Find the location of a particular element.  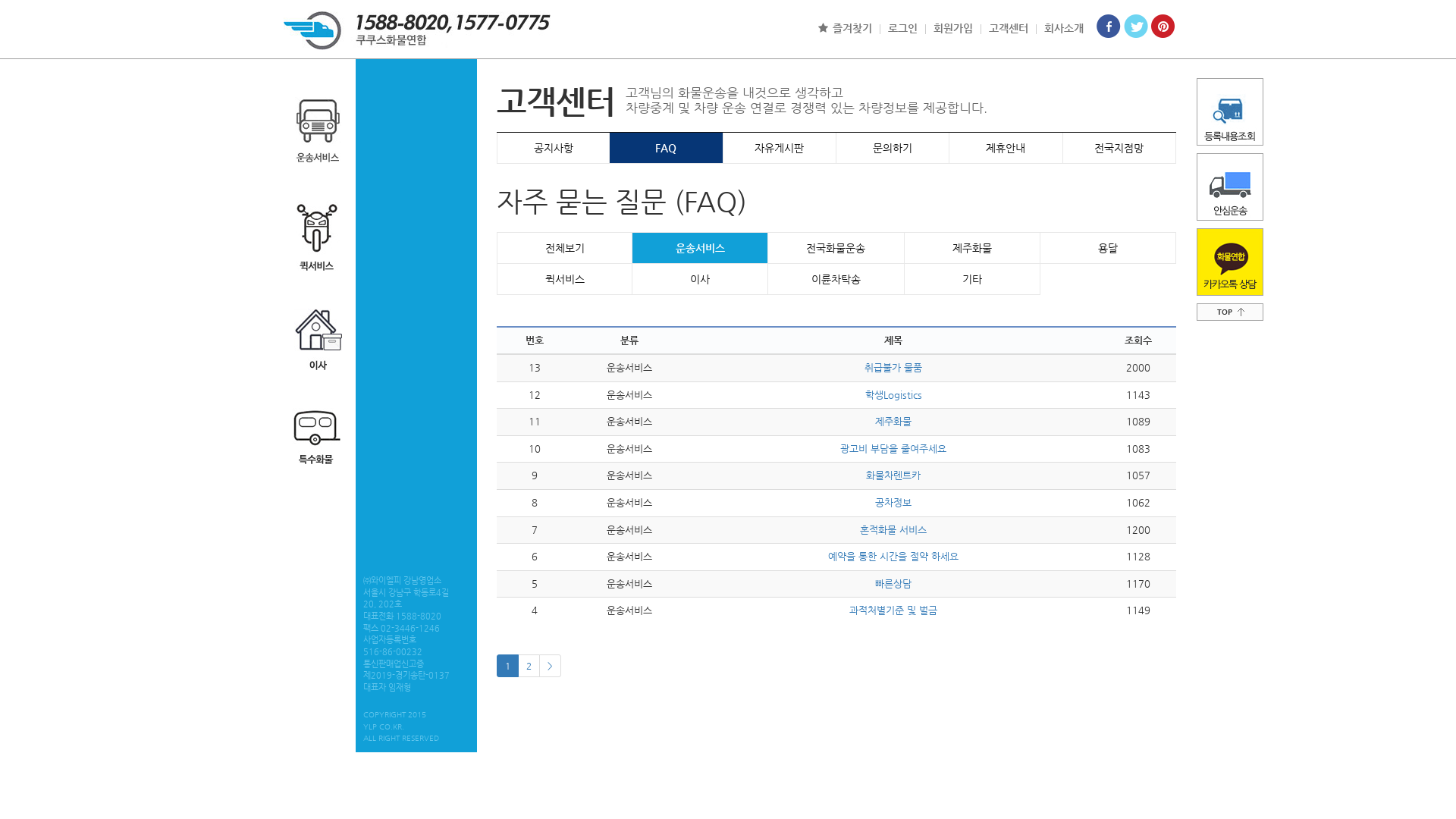

'>' is located at coordinates (549, 665).